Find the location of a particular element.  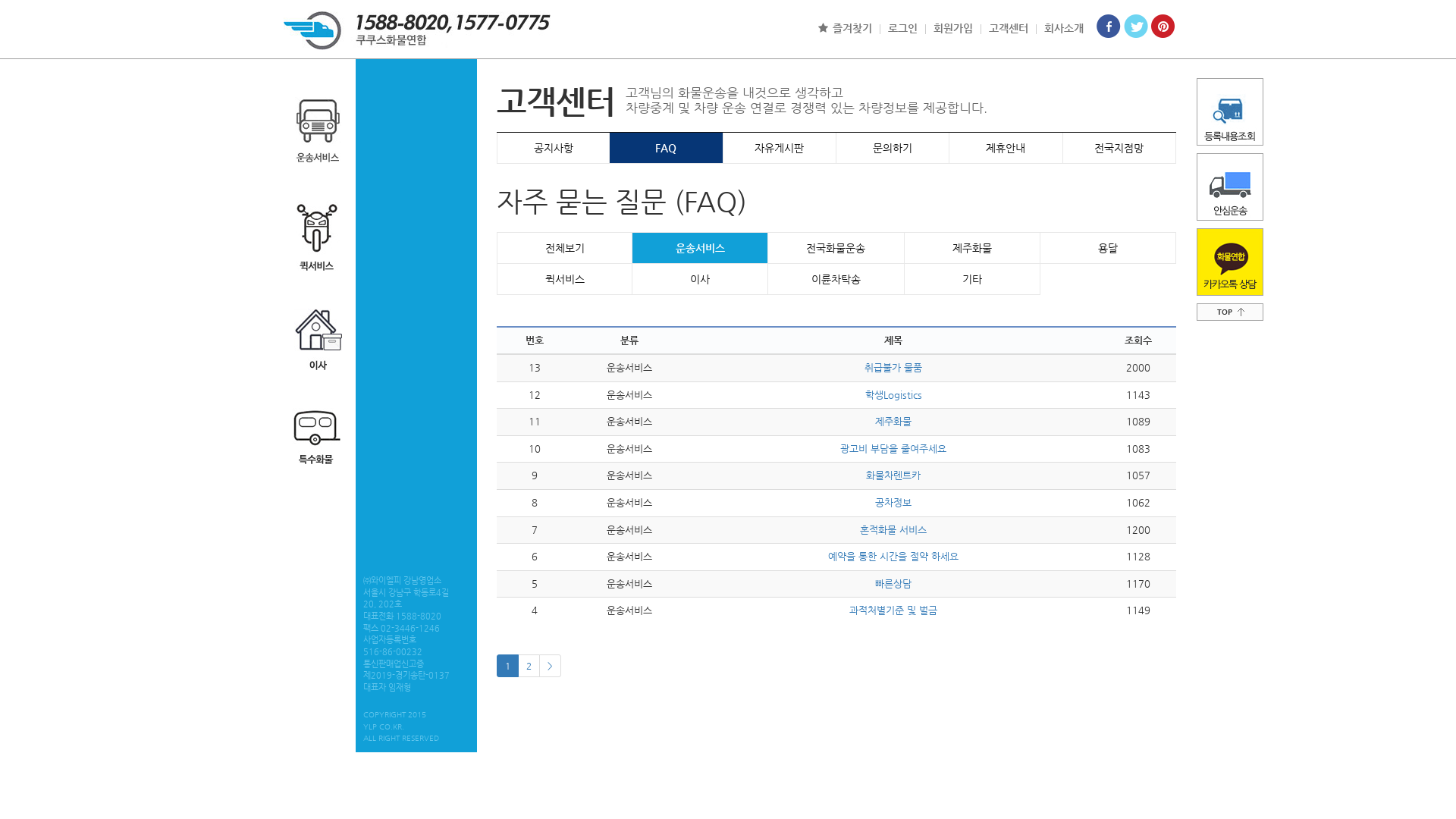

'>' is located at coordinates (549, 665).